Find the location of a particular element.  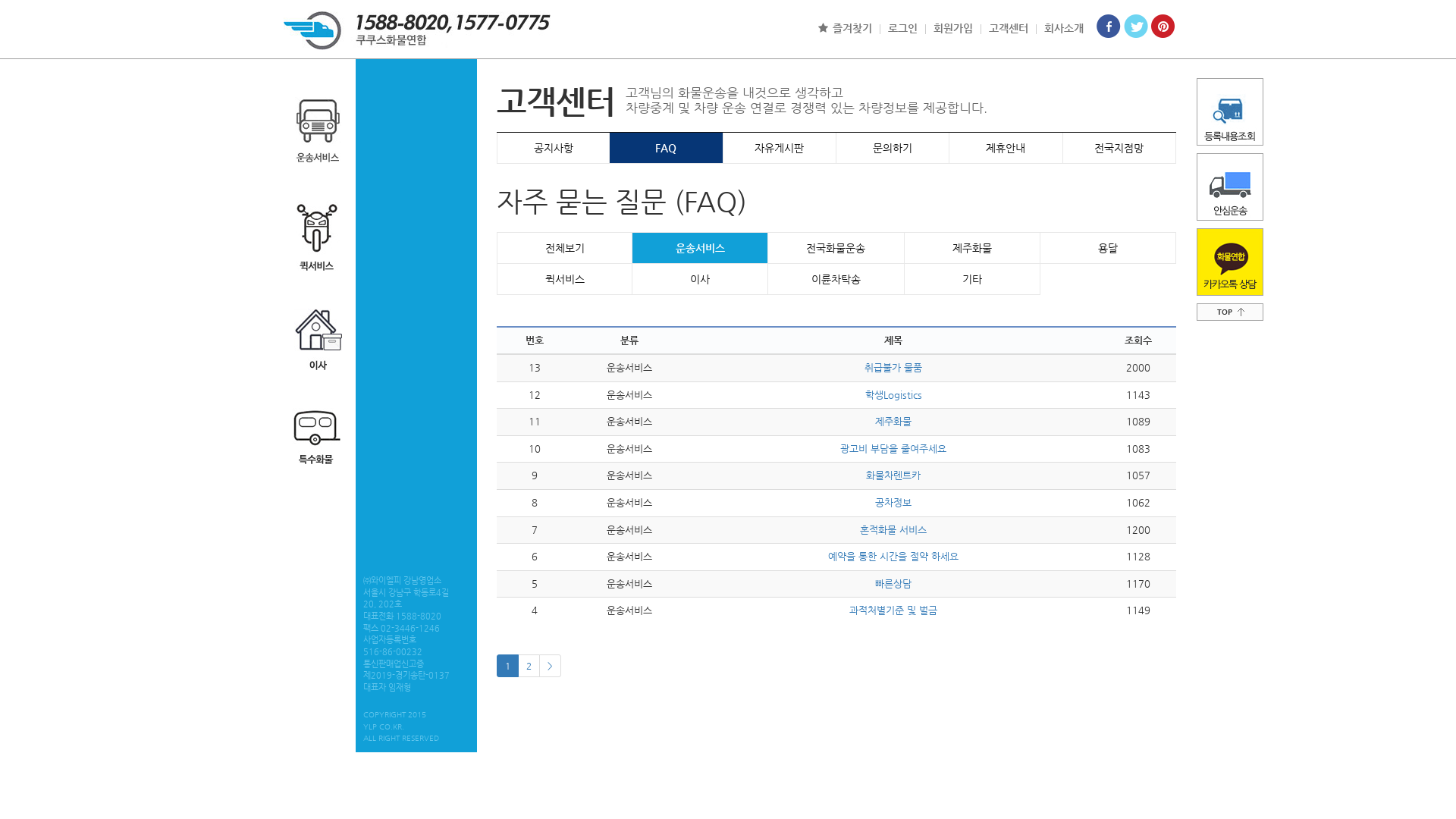

'>' is located at coordinates (549, 665).